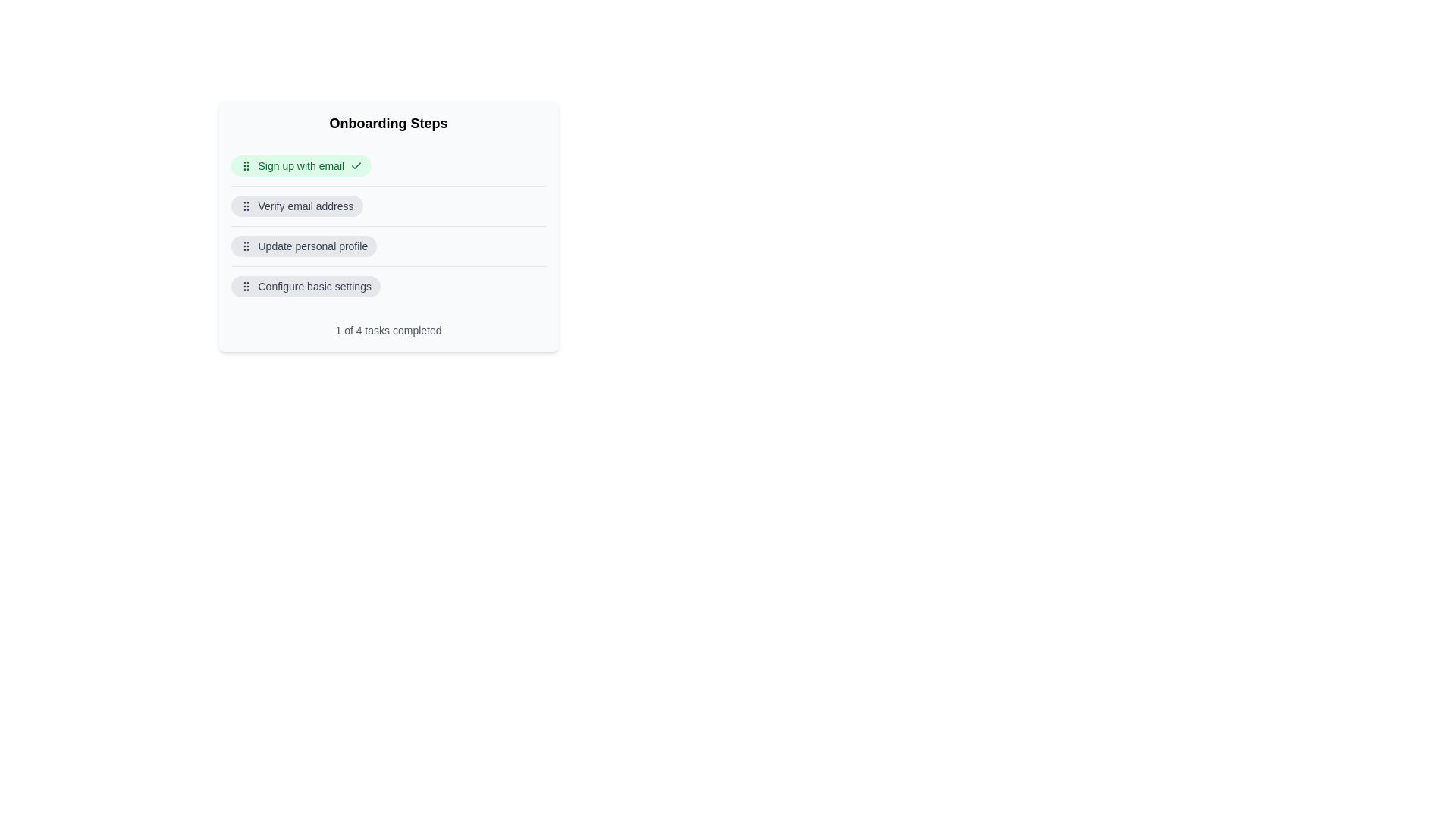 The width and height of the screenshot is (1456, 819). What do you see at coordinates (297, 206) in the screenshot?
I see `the 'Verify email address' button element using the grip icon on its left for reordering in the onboarding steps list` at bounding box center [297, 206].